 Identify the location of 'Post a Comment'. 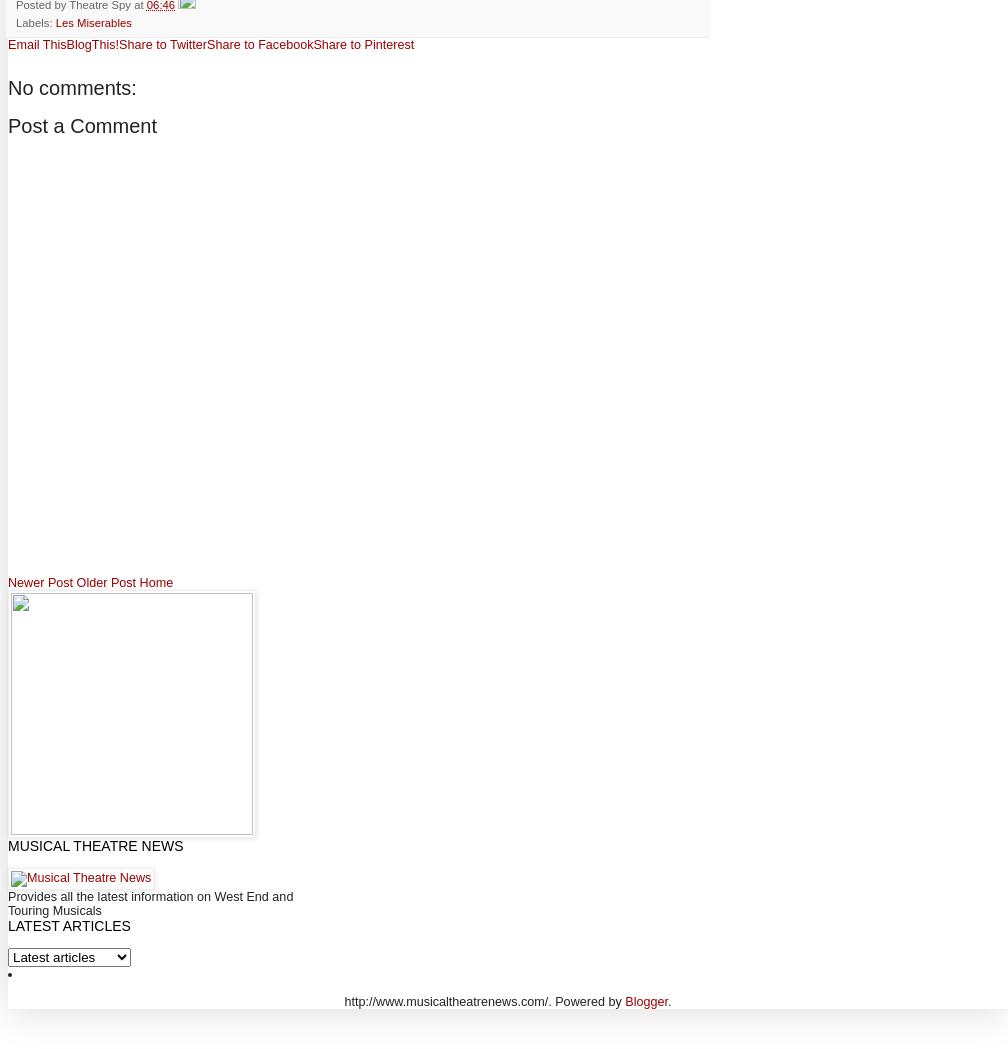
(81, 125).